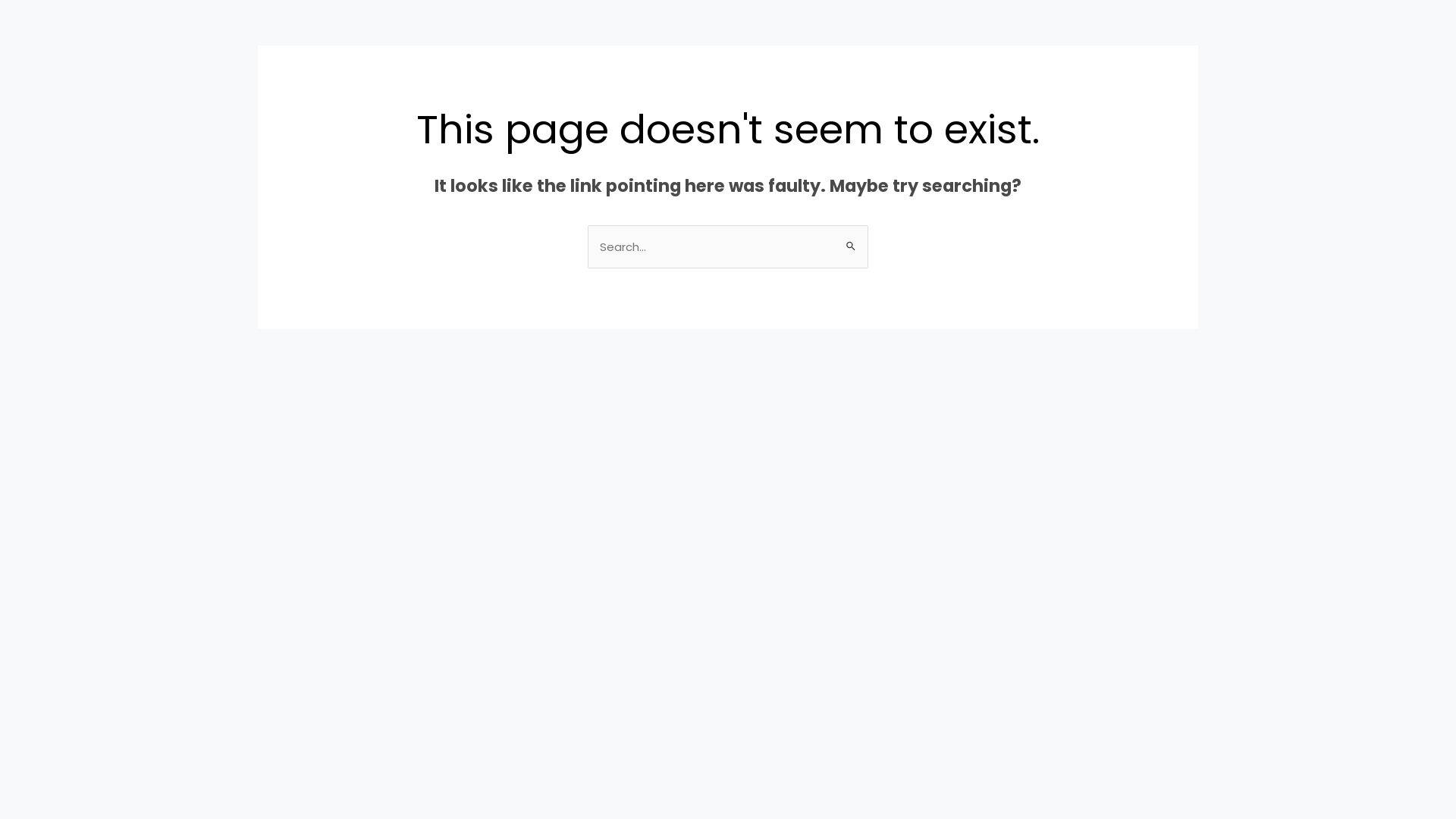 The height and width of the screenshot is (819, 1456). Describe the element at coordinates (851, 239) in the screenshot. I see `'Search'` at that location.